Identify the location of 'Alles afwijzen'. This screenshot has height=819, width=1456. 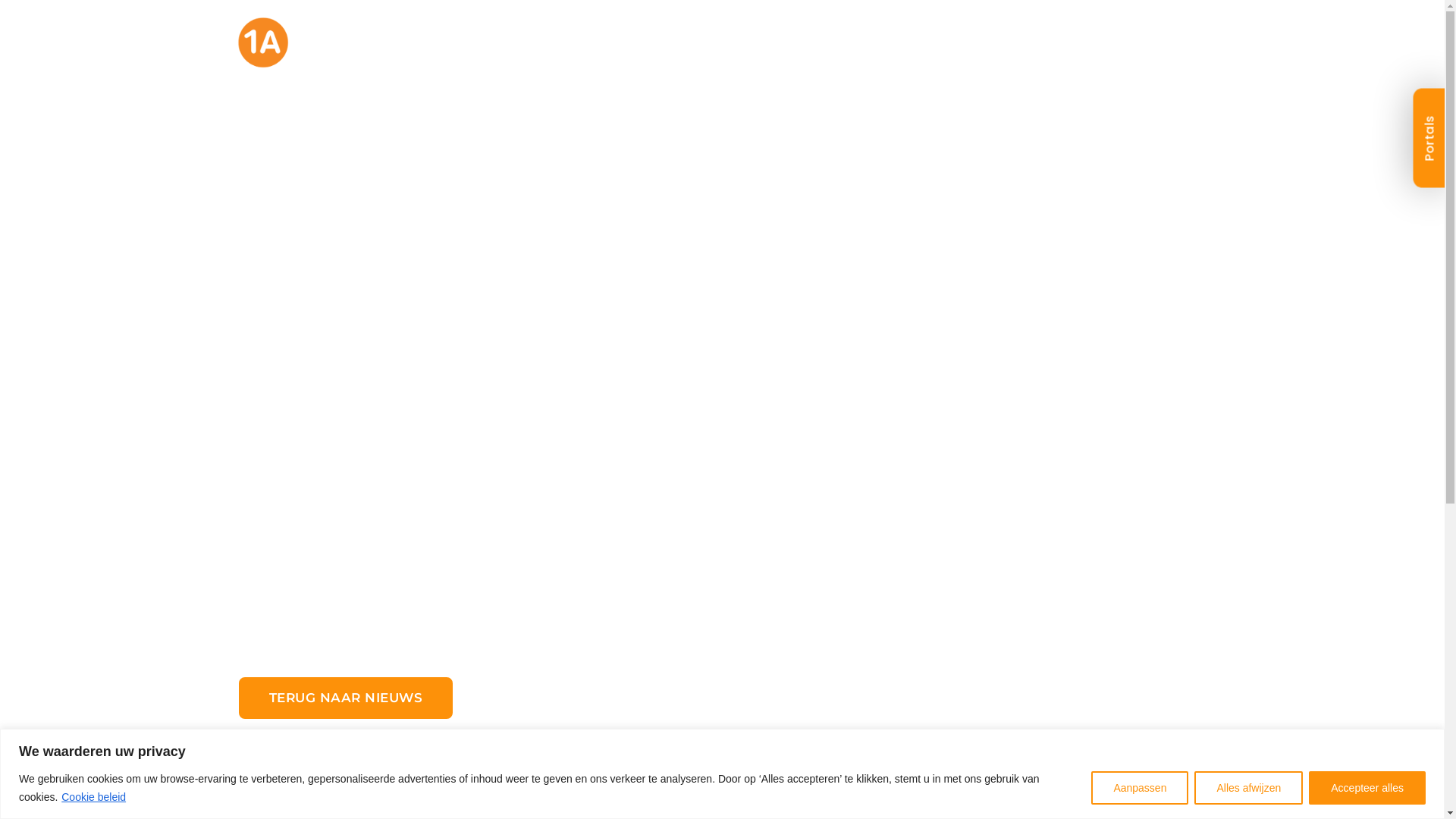
(1248, 786).